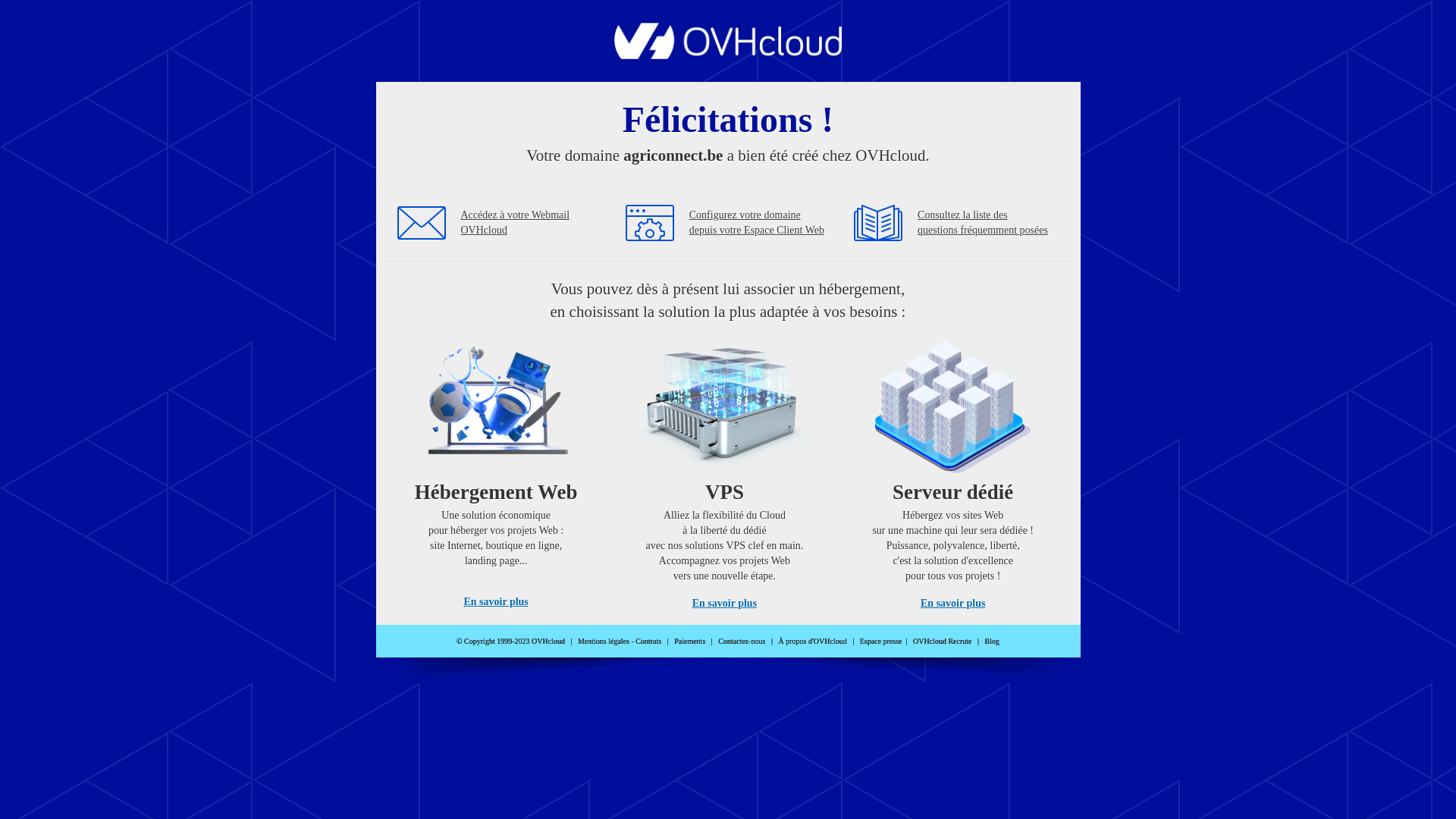  What do you see at coordinates (728, 54) in the screenshot?
I see `'OVHcloud'` at bounding box center [728, 54].